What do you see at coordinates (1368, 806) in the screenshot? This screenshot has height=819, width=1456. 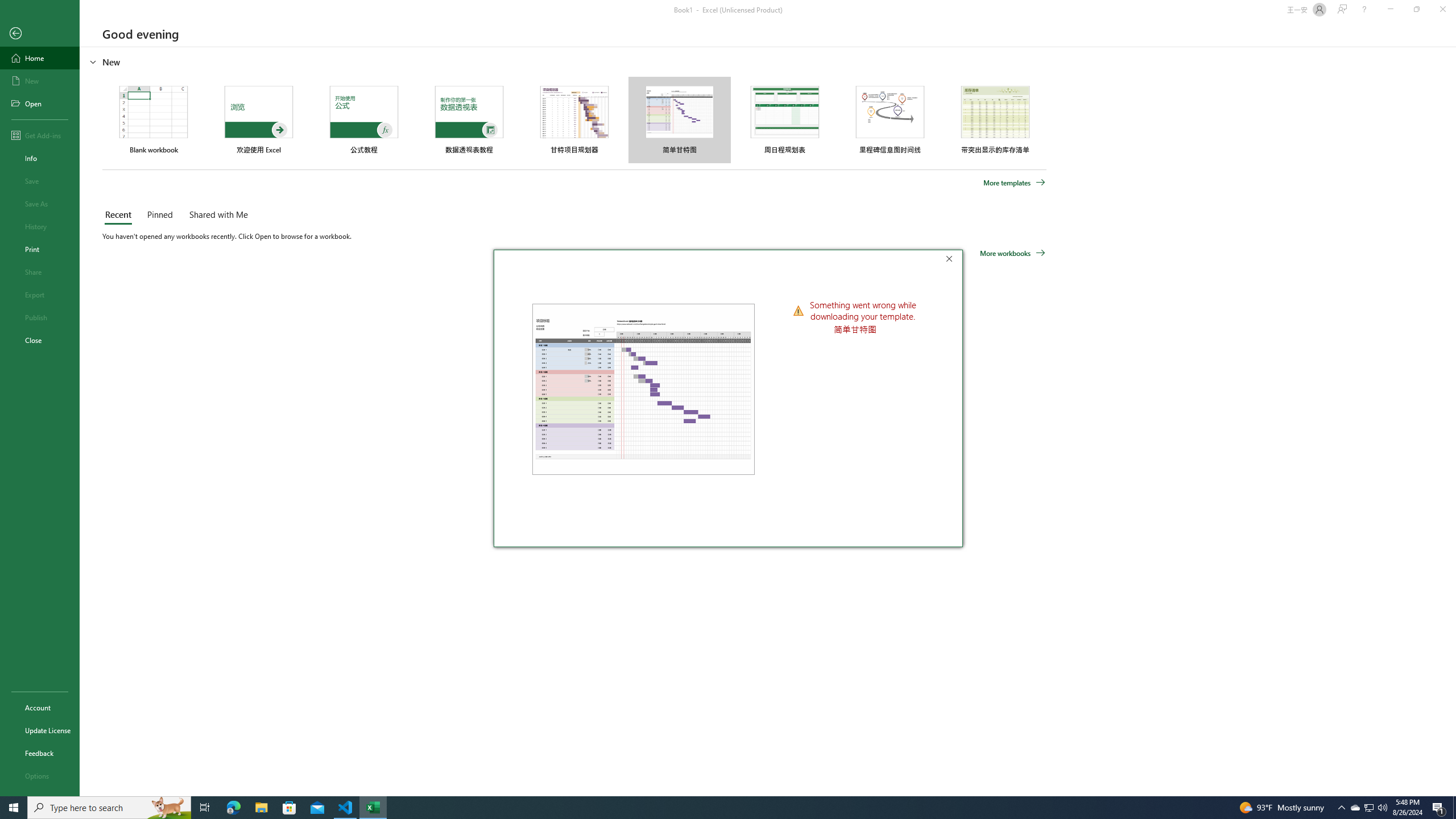 I see `'User Promoted Notification Area'` at bounding box center [1368, 806].